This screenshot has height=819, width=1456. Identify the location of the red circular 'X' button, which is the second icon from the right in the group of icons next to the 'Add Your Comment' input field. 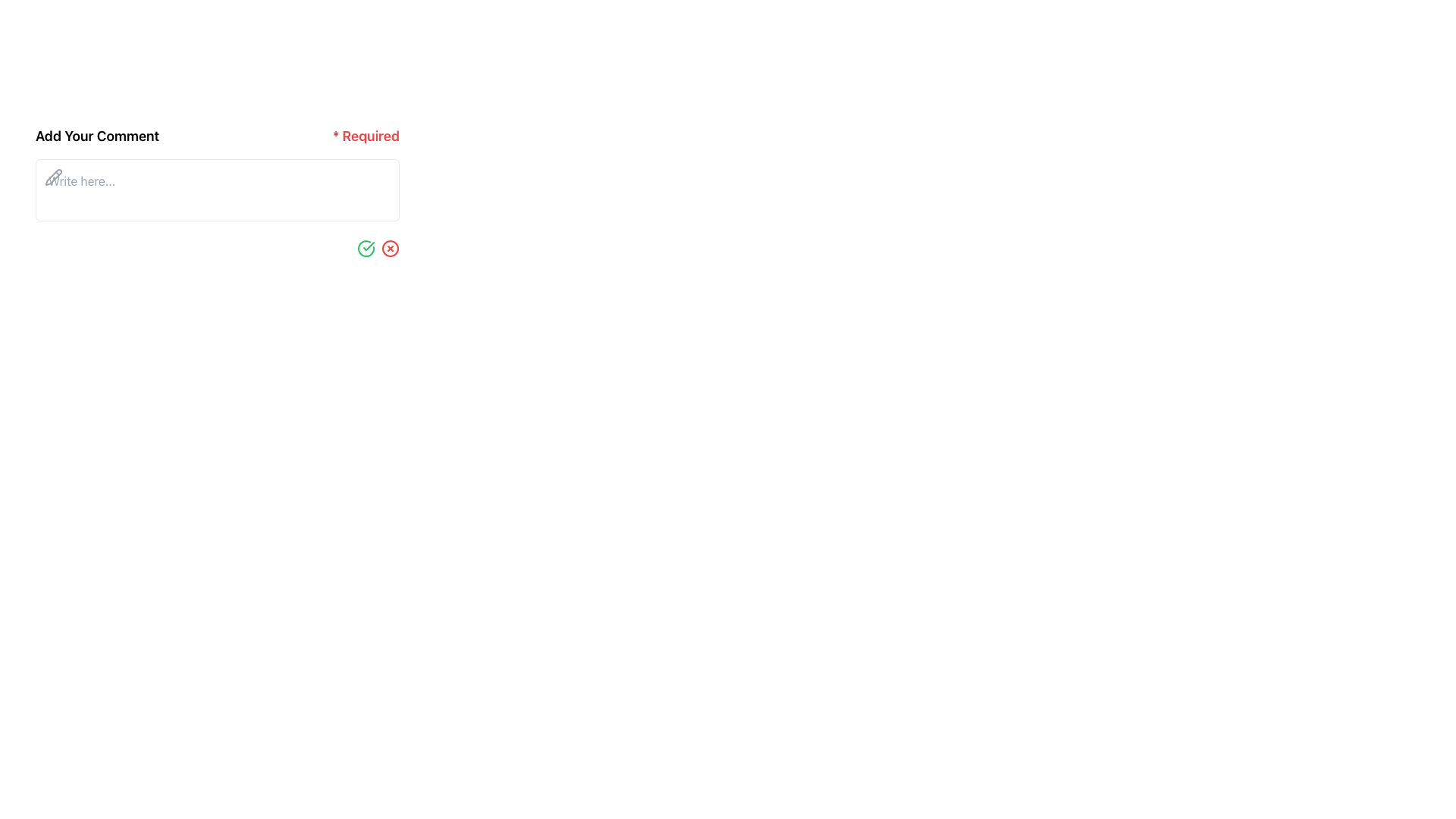
(390, 247).